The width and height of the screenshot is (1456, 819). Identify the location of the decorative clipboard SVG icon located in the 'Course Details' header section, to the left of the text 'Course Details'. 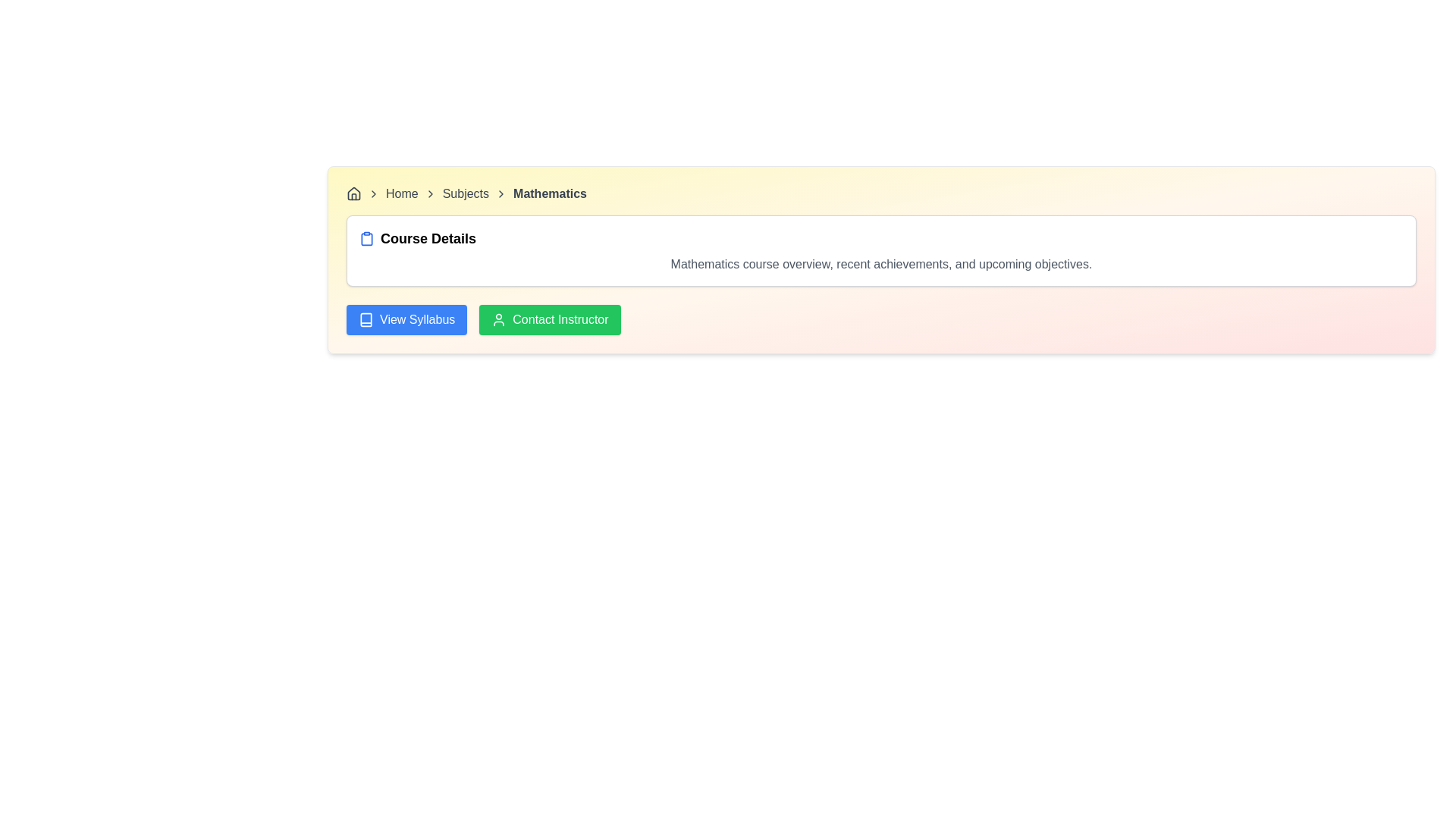
(367, 239).